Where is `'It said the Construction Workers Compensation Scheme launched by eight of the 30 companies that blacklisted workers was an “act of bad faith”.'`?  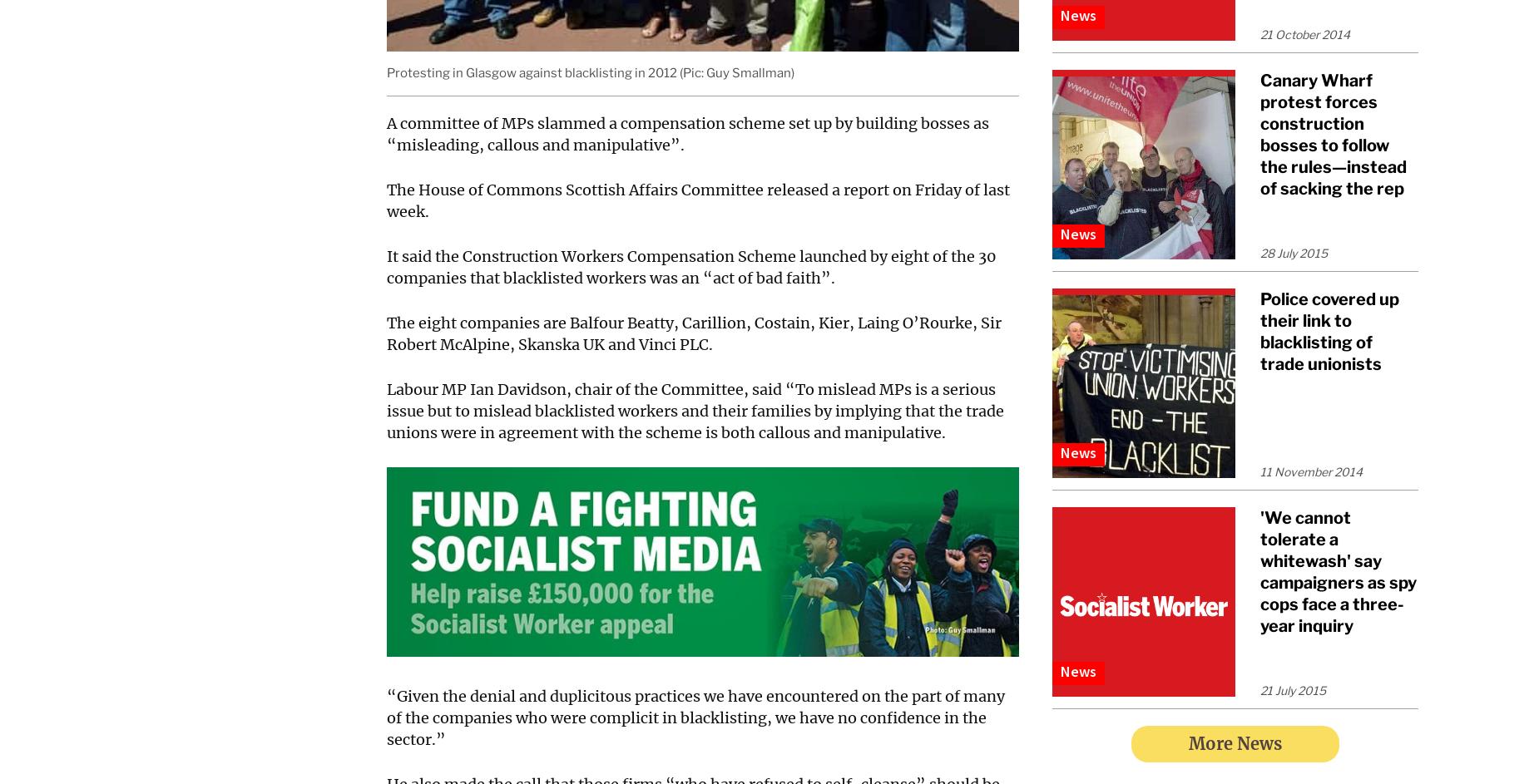 'It said the Construction Workers Compensation Scheme launched by eight of the 30 companies that blacklisted workers was an “act of bad faith”.' is located at coordinates (691, 267).